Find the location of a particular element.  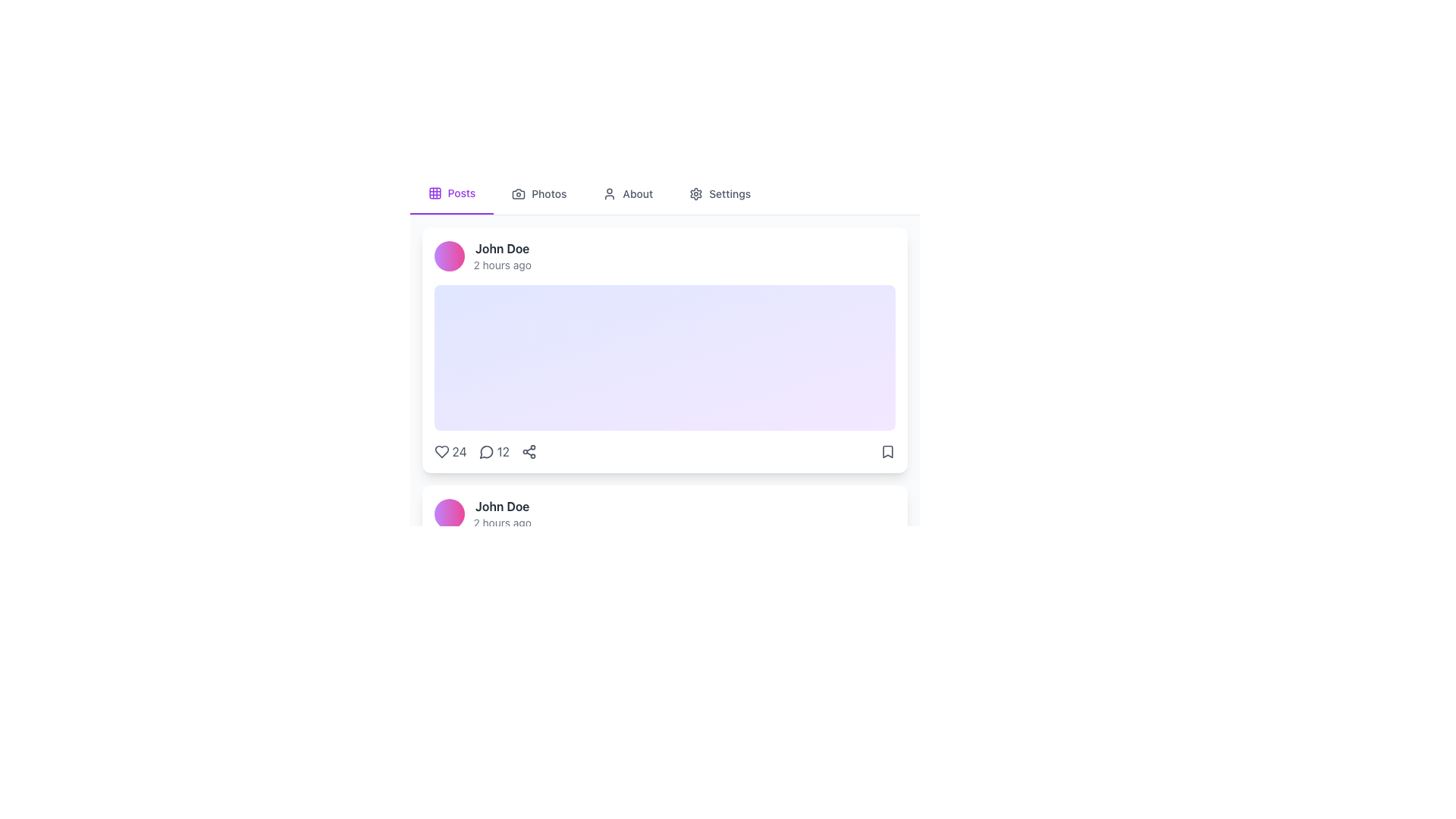

the icon button representing the sharing feature, which is styled in dark gray and located below a post's content area is located at coordinates (529, 451).